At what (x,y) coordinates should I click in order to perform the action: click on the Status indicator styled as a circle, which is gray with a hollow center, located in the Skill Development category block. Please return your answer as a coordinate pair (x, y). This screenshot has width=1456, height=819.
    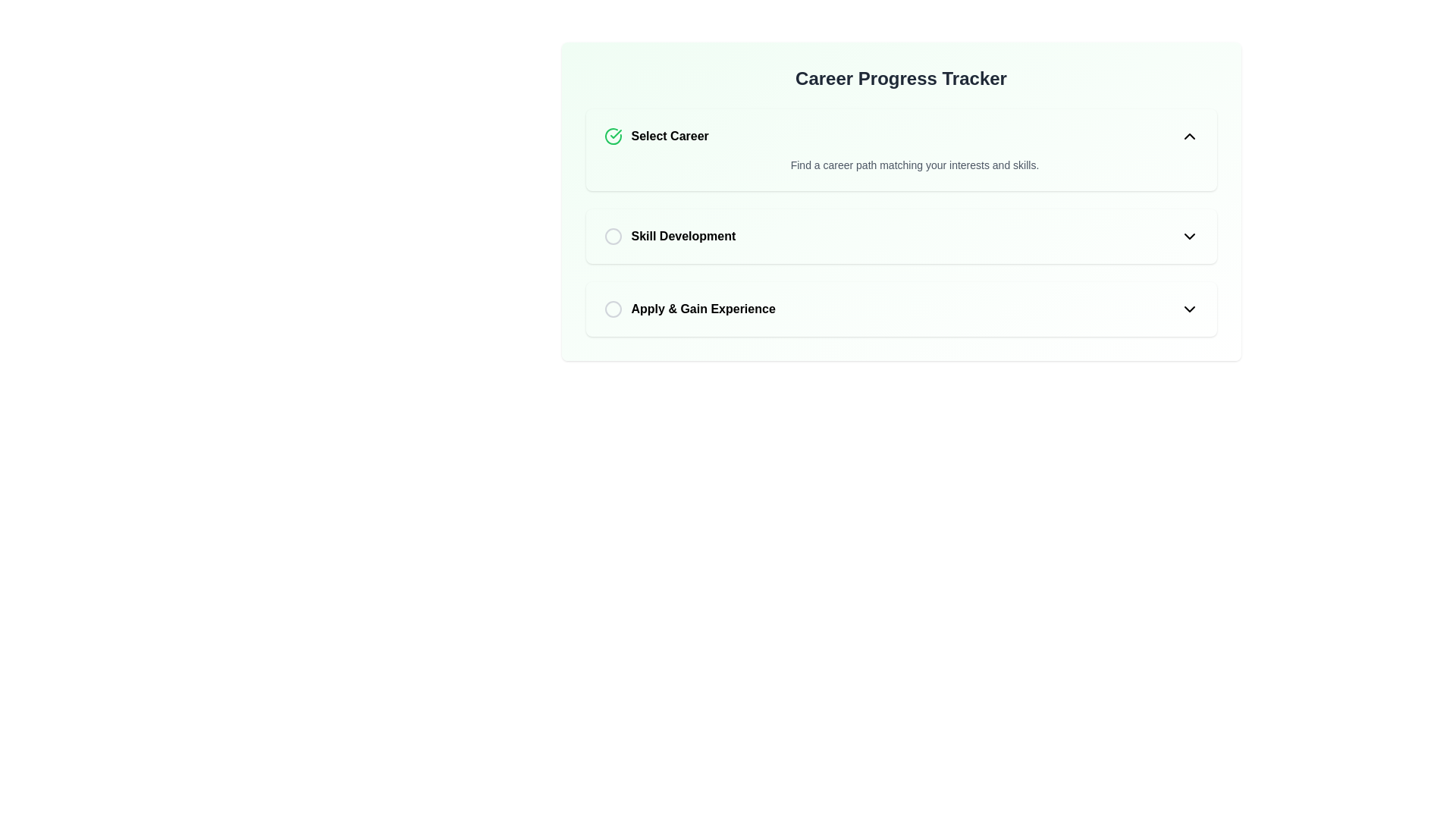
    Looking at the image, I should click on (613, 237).